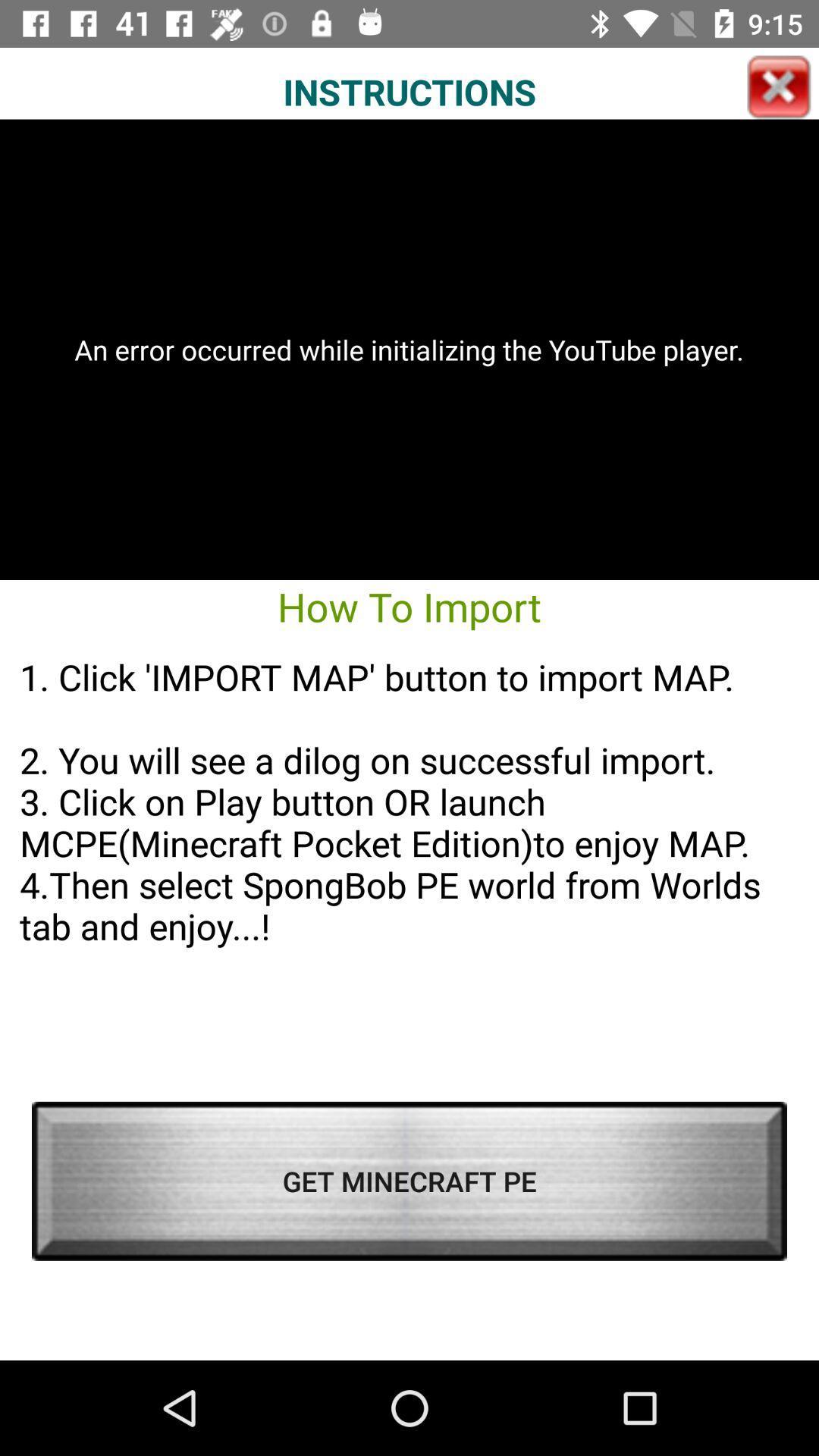 Image resolution: width=819 pixels, height=1456 pixels. I want to click on the icon above the an error occurred app, so click(779, 86).